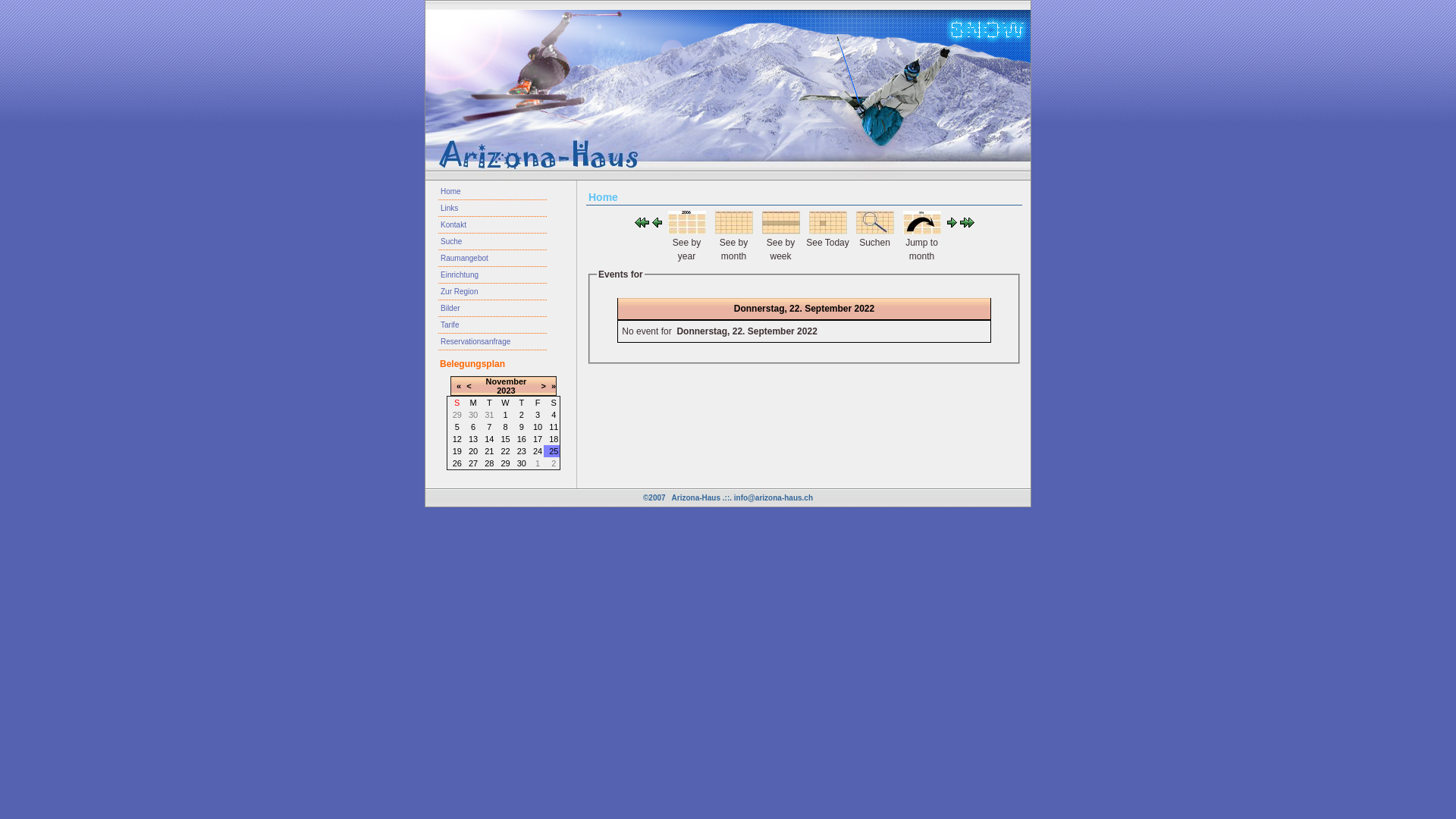  I want to click on '18', so click(552, 438).